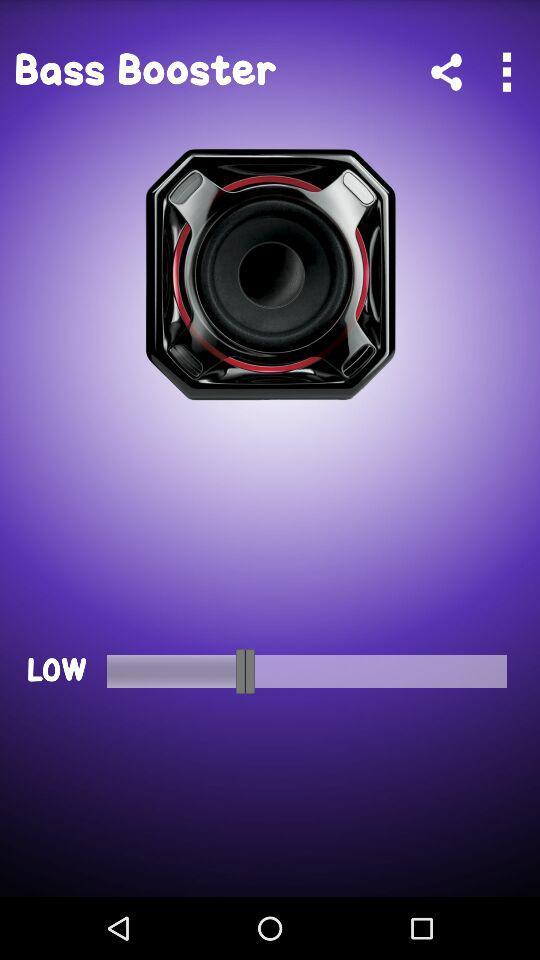 The image size is (540, 960). Describe the element at coordinates (446, 72) in the screenshot. I see `the app next to the bass booster app` at that location.